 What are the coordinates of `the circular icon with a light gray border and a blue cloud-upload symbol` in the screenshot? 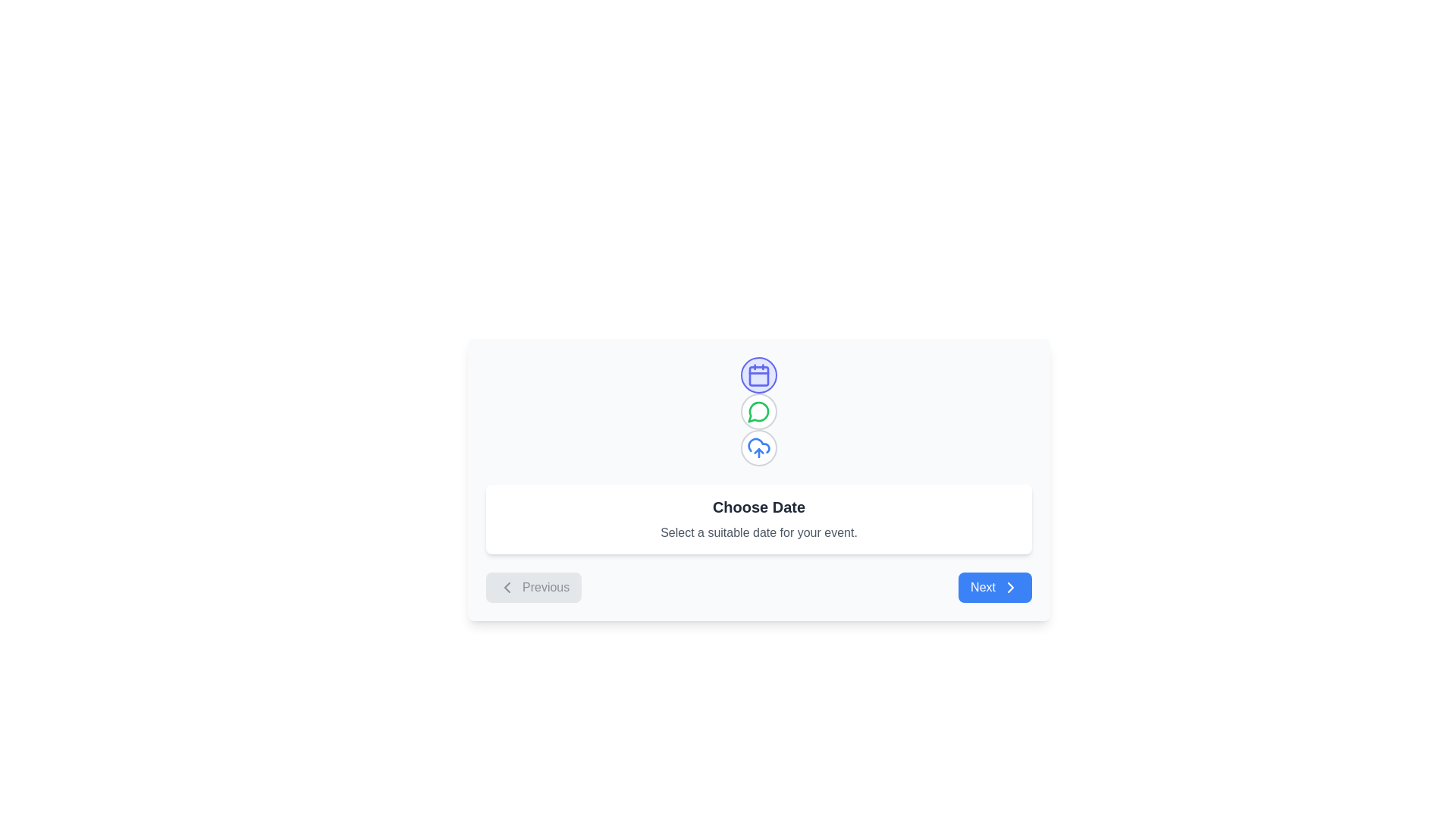 It's located at (759, 447).